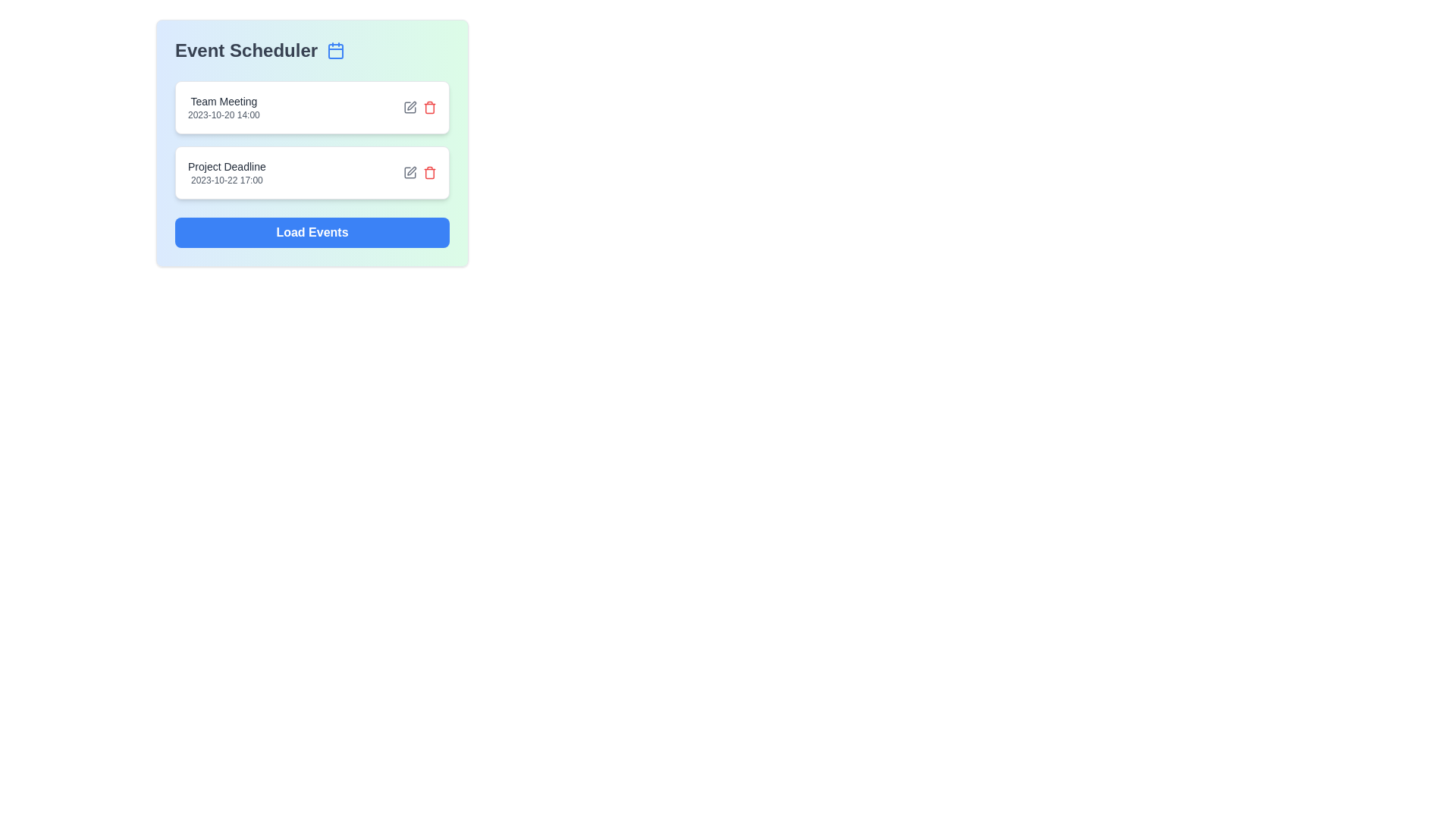  Describe the element at coordinates (428, 107) in the screenshot. I see `the 'delete' icon button located within the event management UI card` at that location.